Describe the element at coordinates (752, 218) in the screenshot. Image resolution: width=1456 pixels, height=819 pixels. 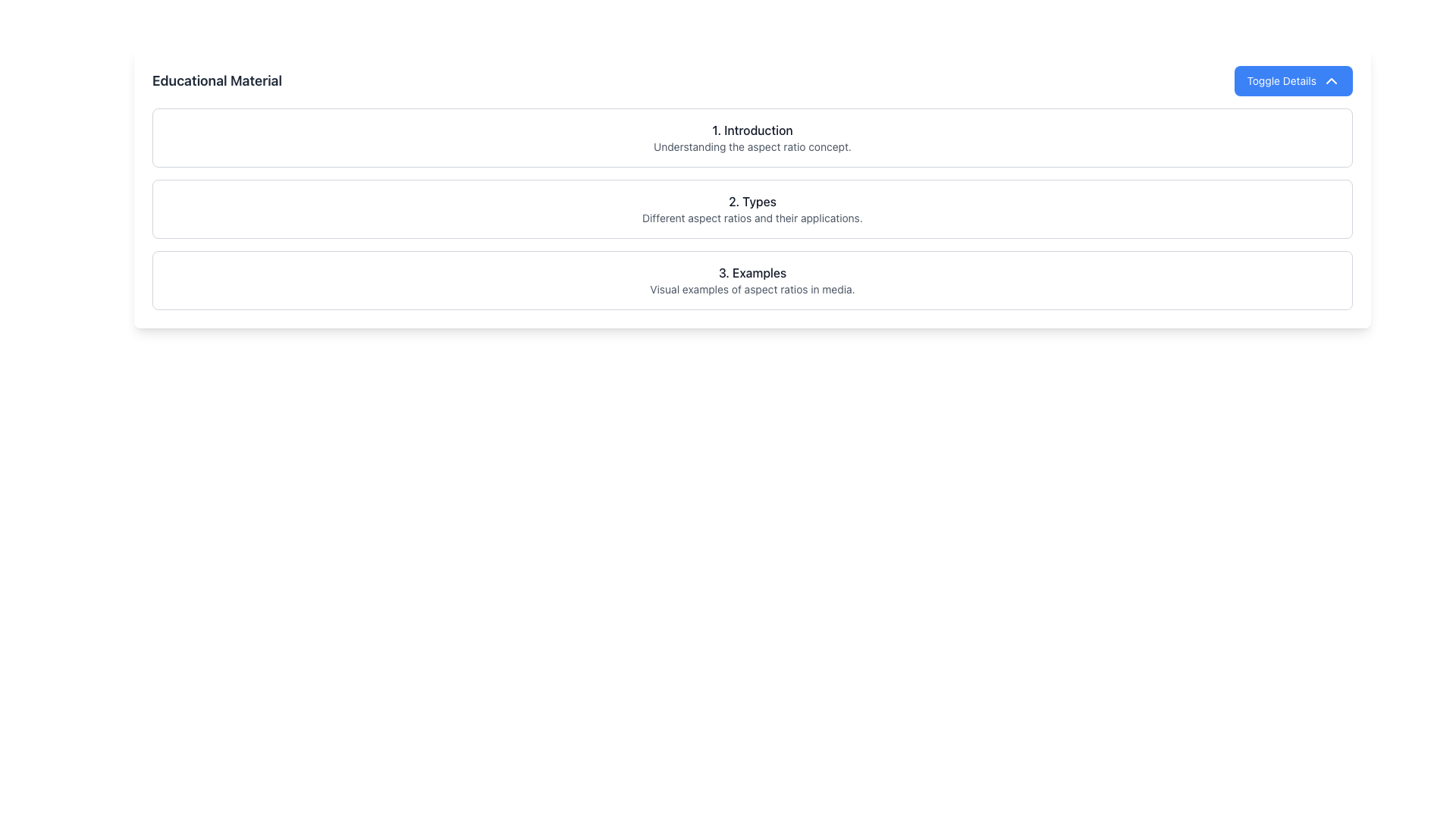
I see `the text element located below the heading '2. Types' to check for tooltips` at that location.